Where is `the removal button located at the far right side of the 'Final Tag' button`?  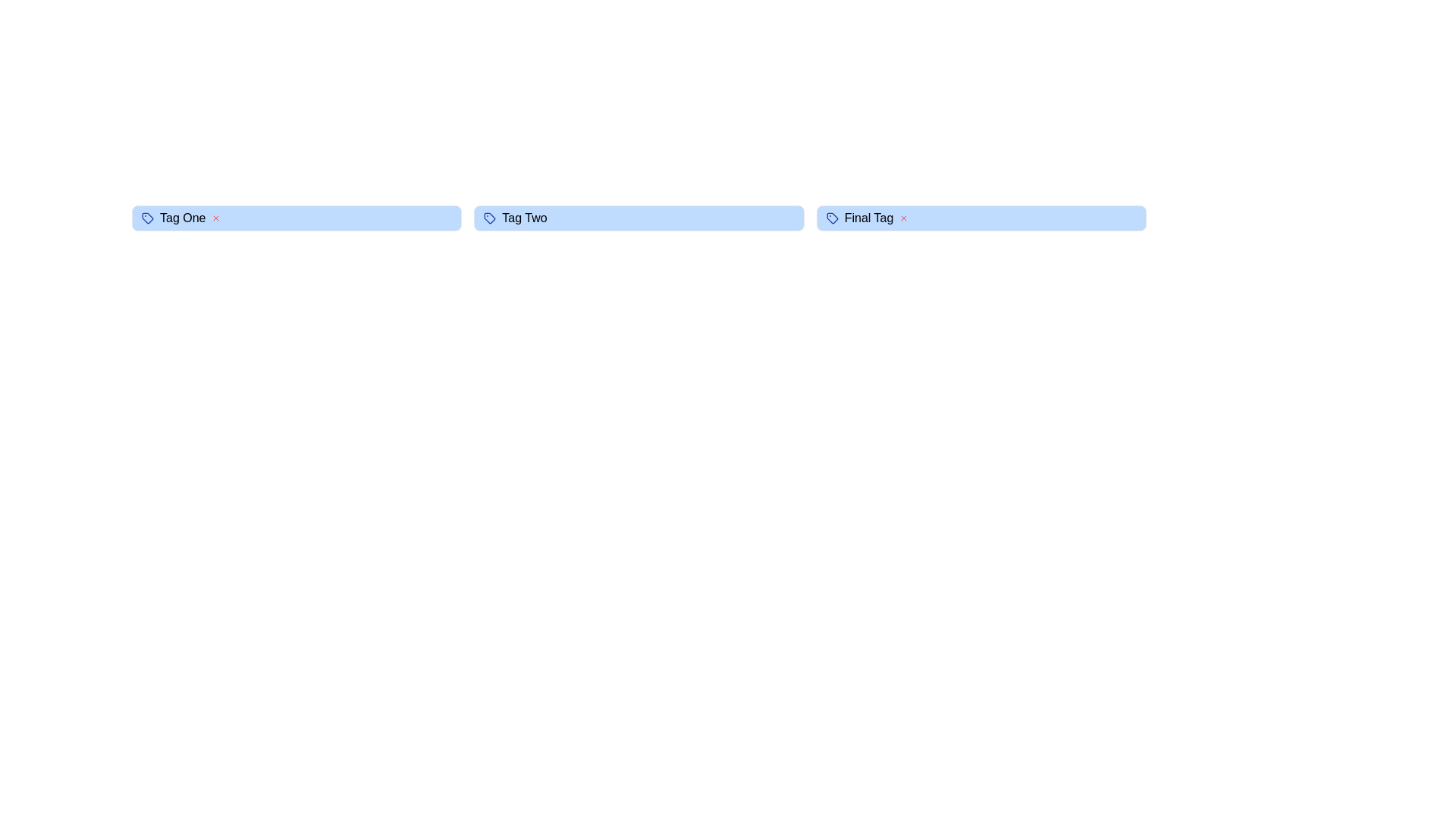
the removal button located at the far right side of the 'Final Tag' button is located at coordinates (904, 218).